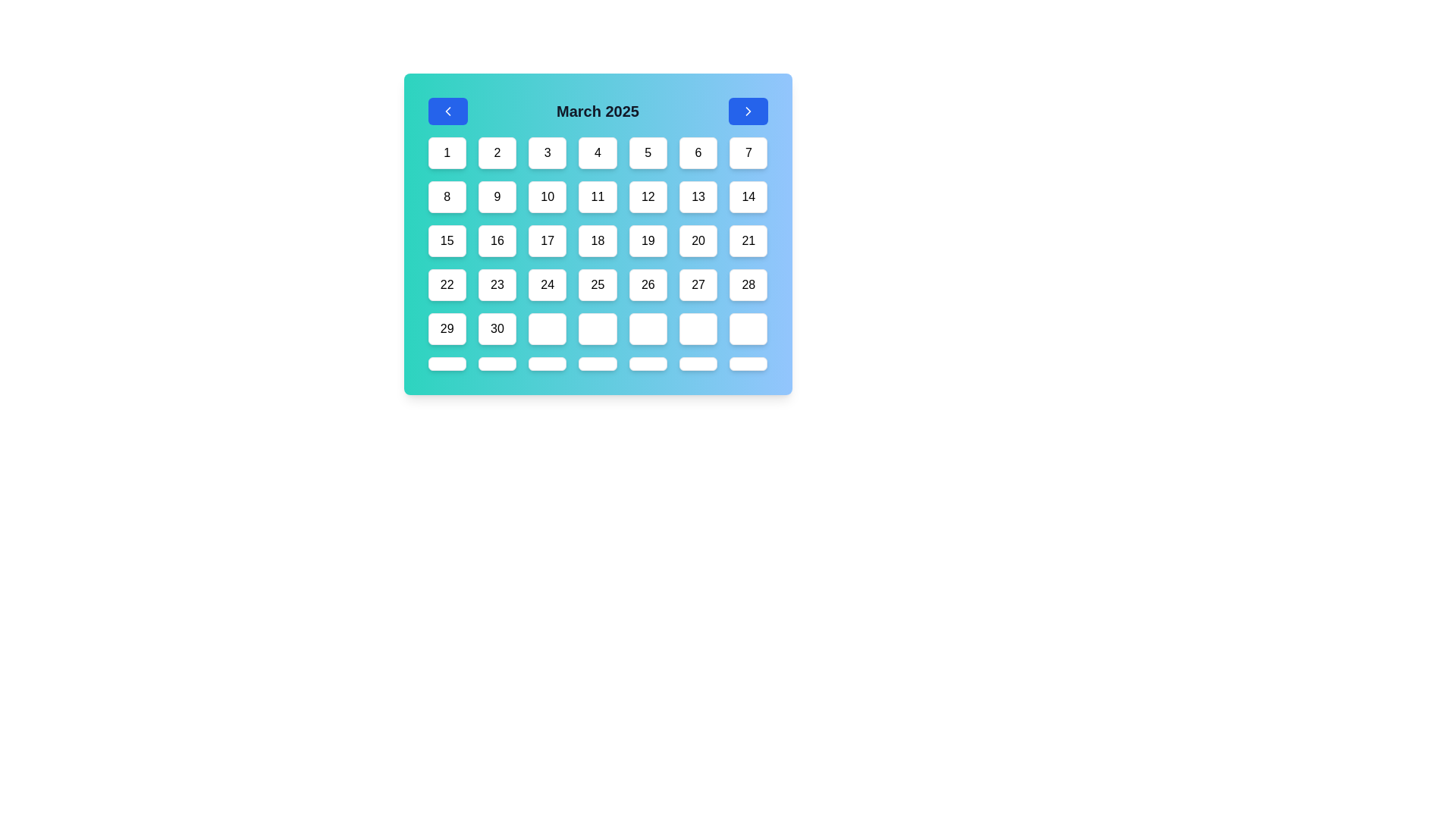 This screenshot has width=1456, height=819. What do you see at coordinates (748, 152) in the screenshot?
I see `the button-like UI element that is a white box with the number '7' centered inside it, located in the first row of a grid layout, directly to the right of the box containing '6'` at bounding box center [748, 152].